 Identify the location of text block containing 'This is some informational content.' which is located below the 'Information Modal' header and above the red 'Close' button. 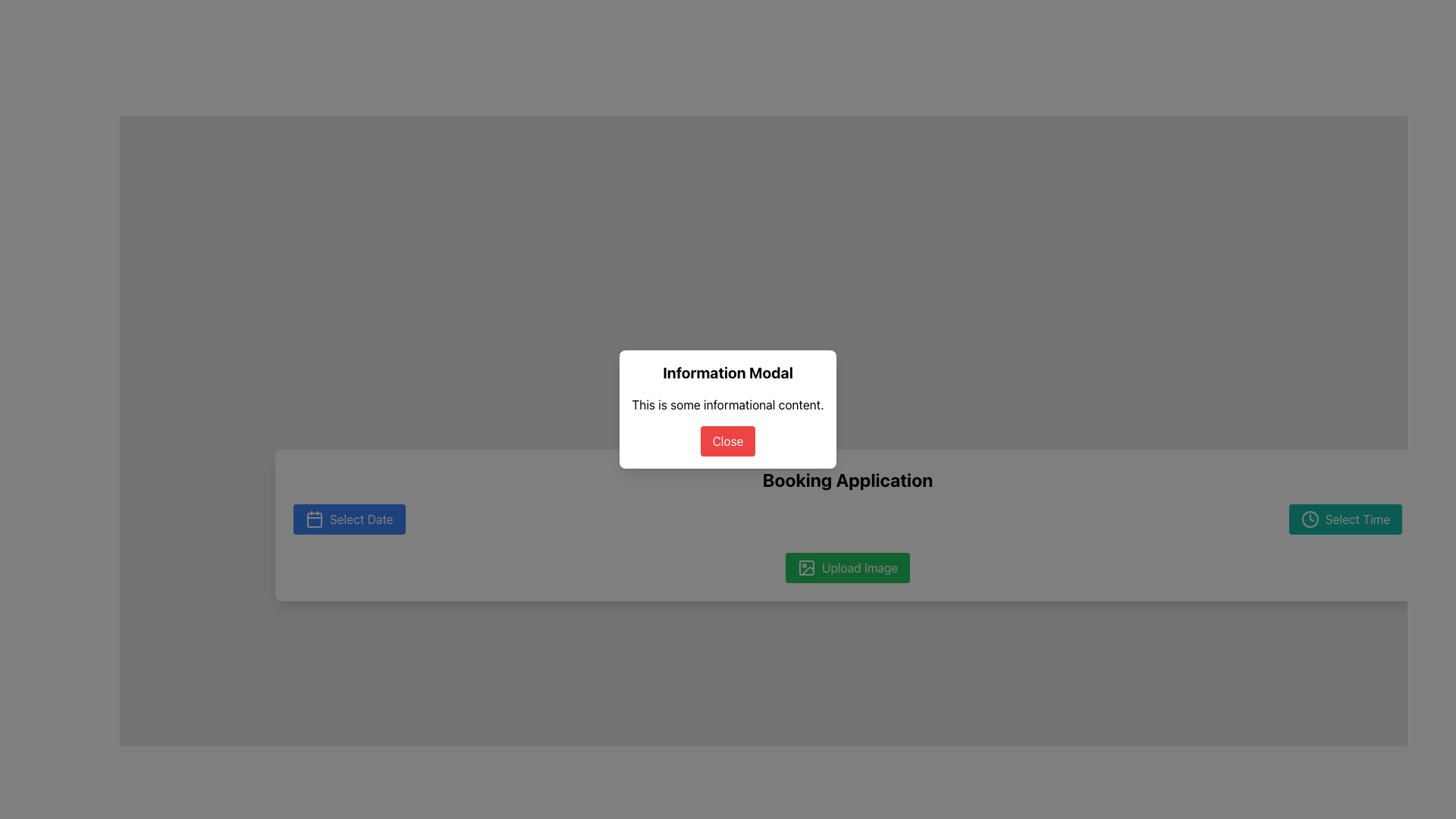
(728, 403).